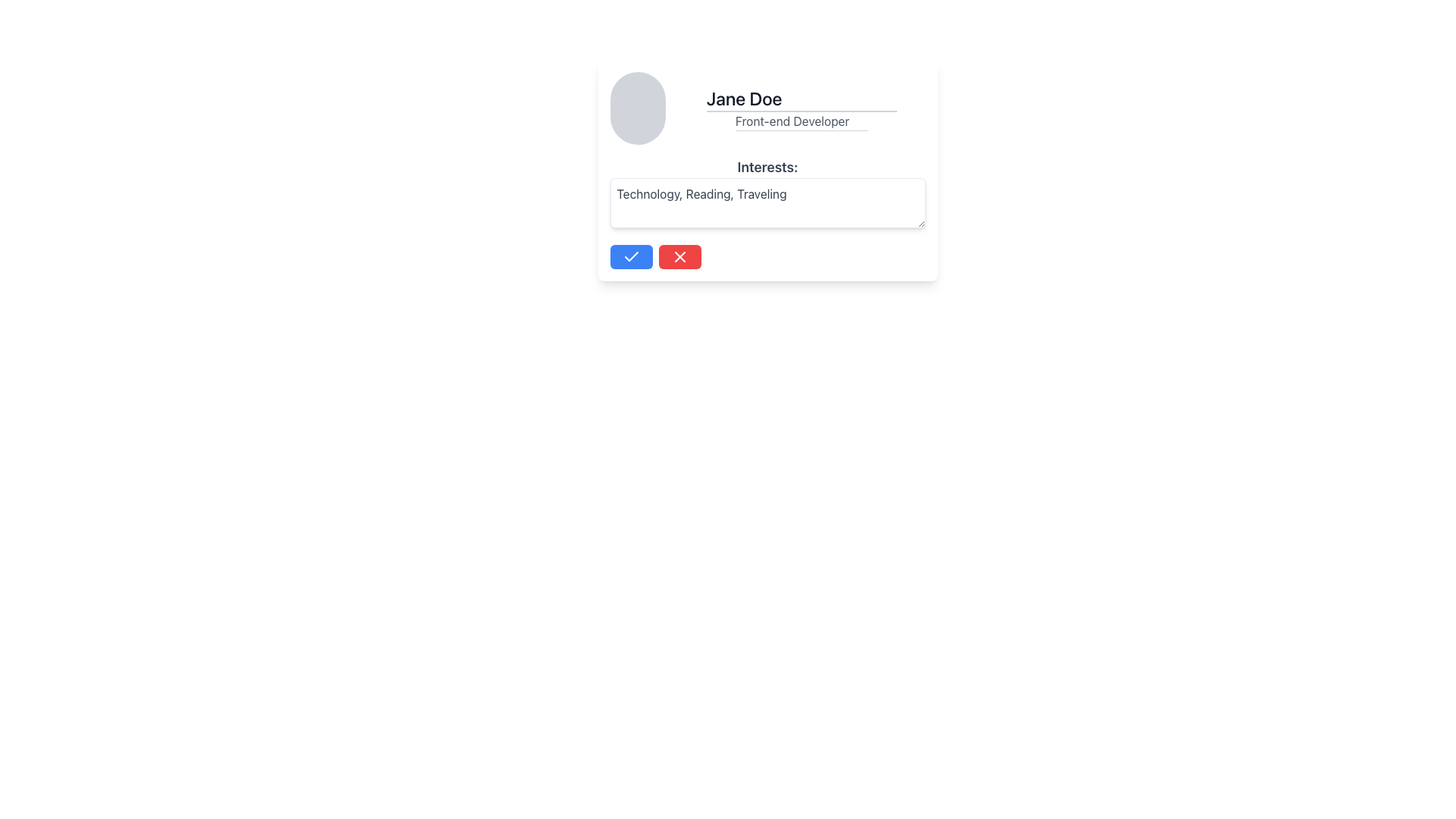 The height and width of the screenshot is (819, 1456). I want to click on the small checkmark icon within the blue button, so click(631, 256).